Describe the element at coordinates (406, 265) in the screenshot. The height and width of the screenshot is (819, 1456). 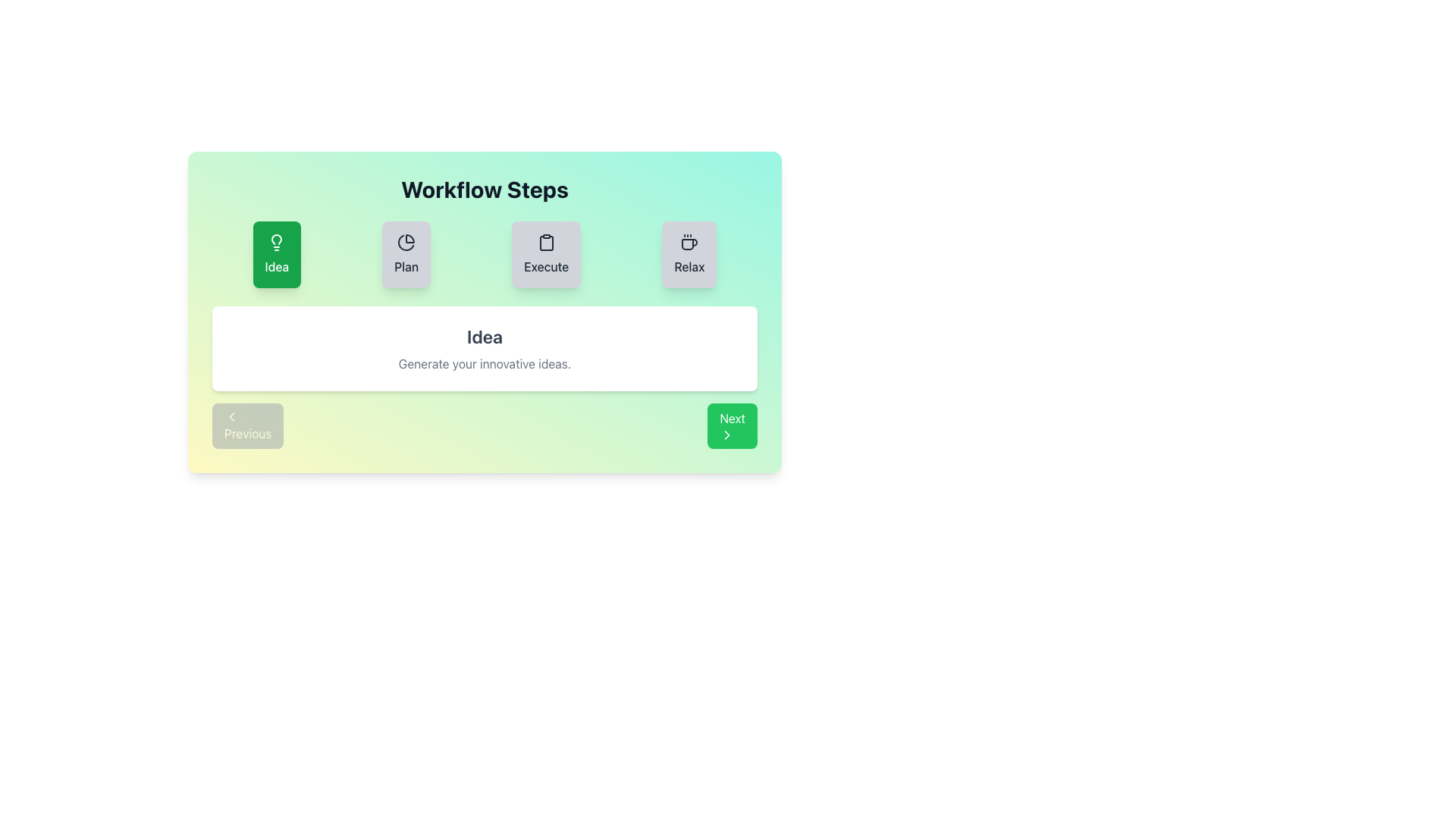
I see `text content of the 'Plan' label, which is styled in medium font weight and is located in the second step of the 'Workflow Steps' section, below a clock-like icon` at that location.